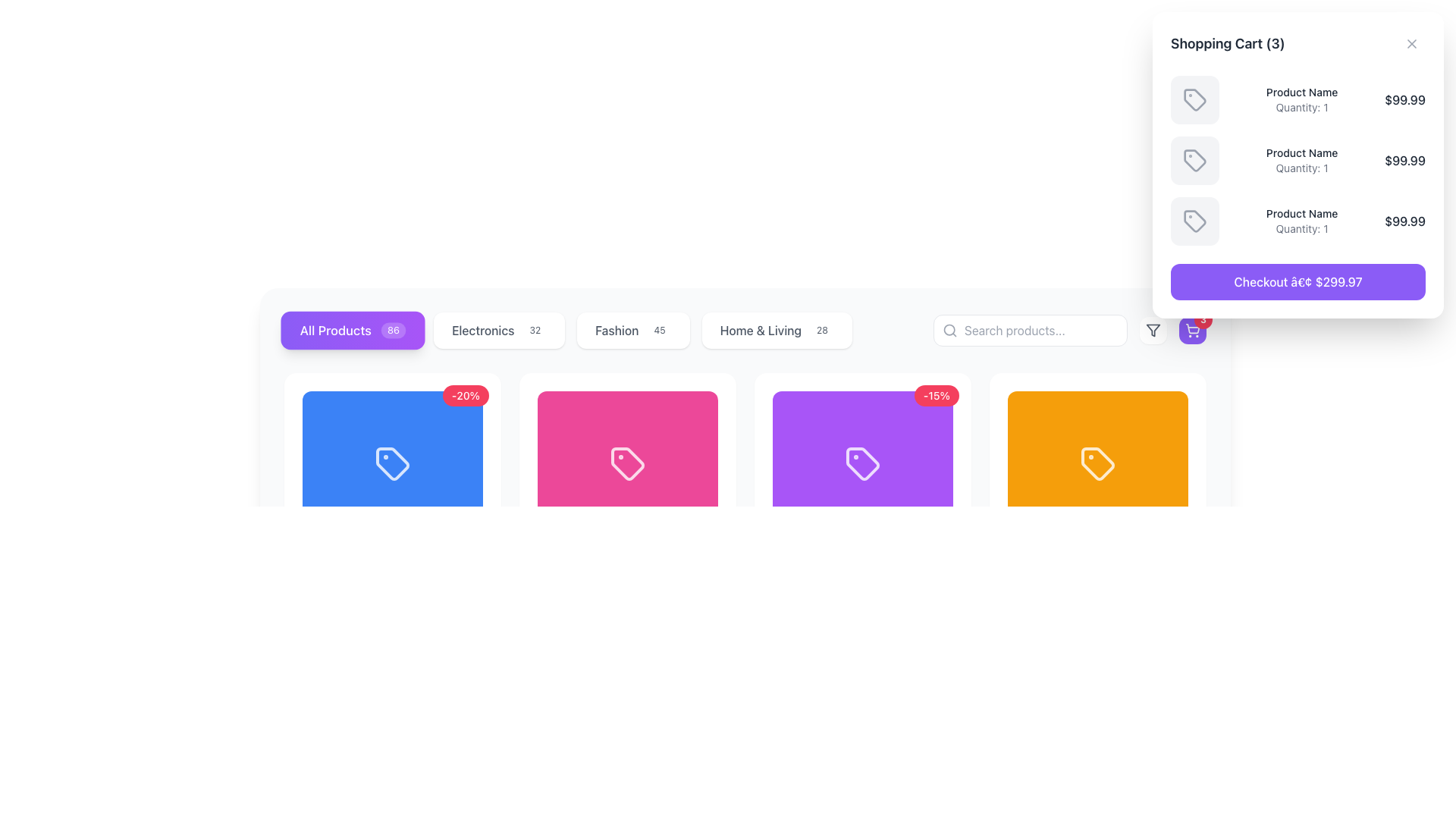 This screenshot has height=819, width=1456. I want to click on the Notification badge located in the top-right corner of the cart icon, which has a violet background and displays the count of items or updates, so click(1203, 318).